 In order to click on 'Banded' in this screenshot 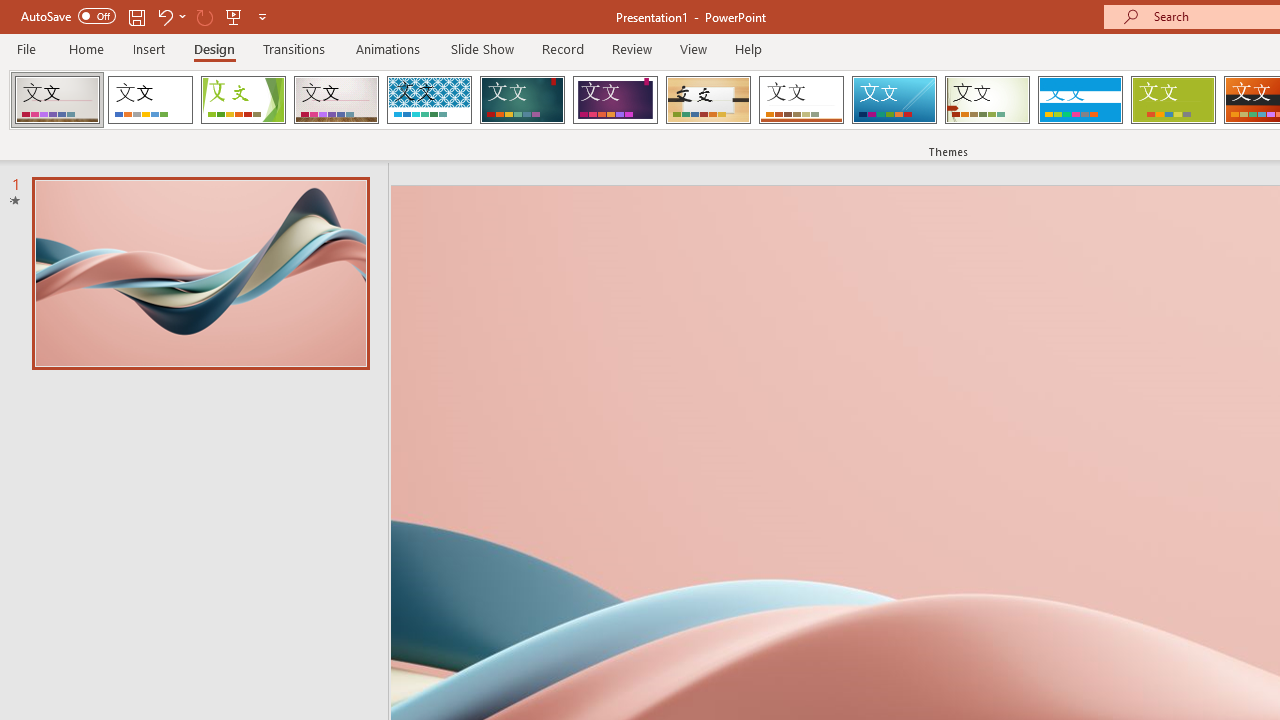, I will do `click(1079, 100)`.